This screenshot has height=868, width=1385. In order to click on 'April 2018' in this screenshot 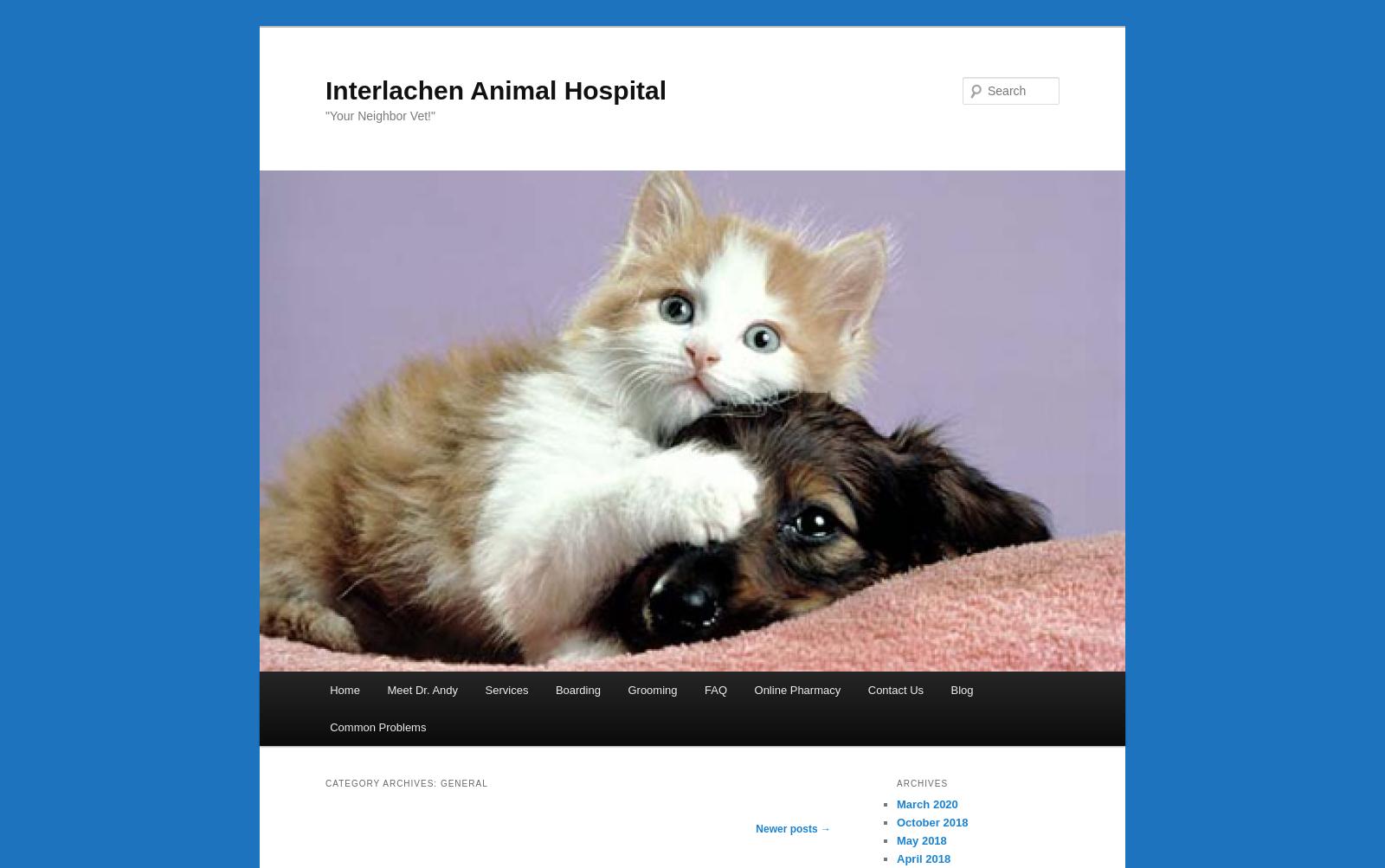, I will do `click(924, 858)`.